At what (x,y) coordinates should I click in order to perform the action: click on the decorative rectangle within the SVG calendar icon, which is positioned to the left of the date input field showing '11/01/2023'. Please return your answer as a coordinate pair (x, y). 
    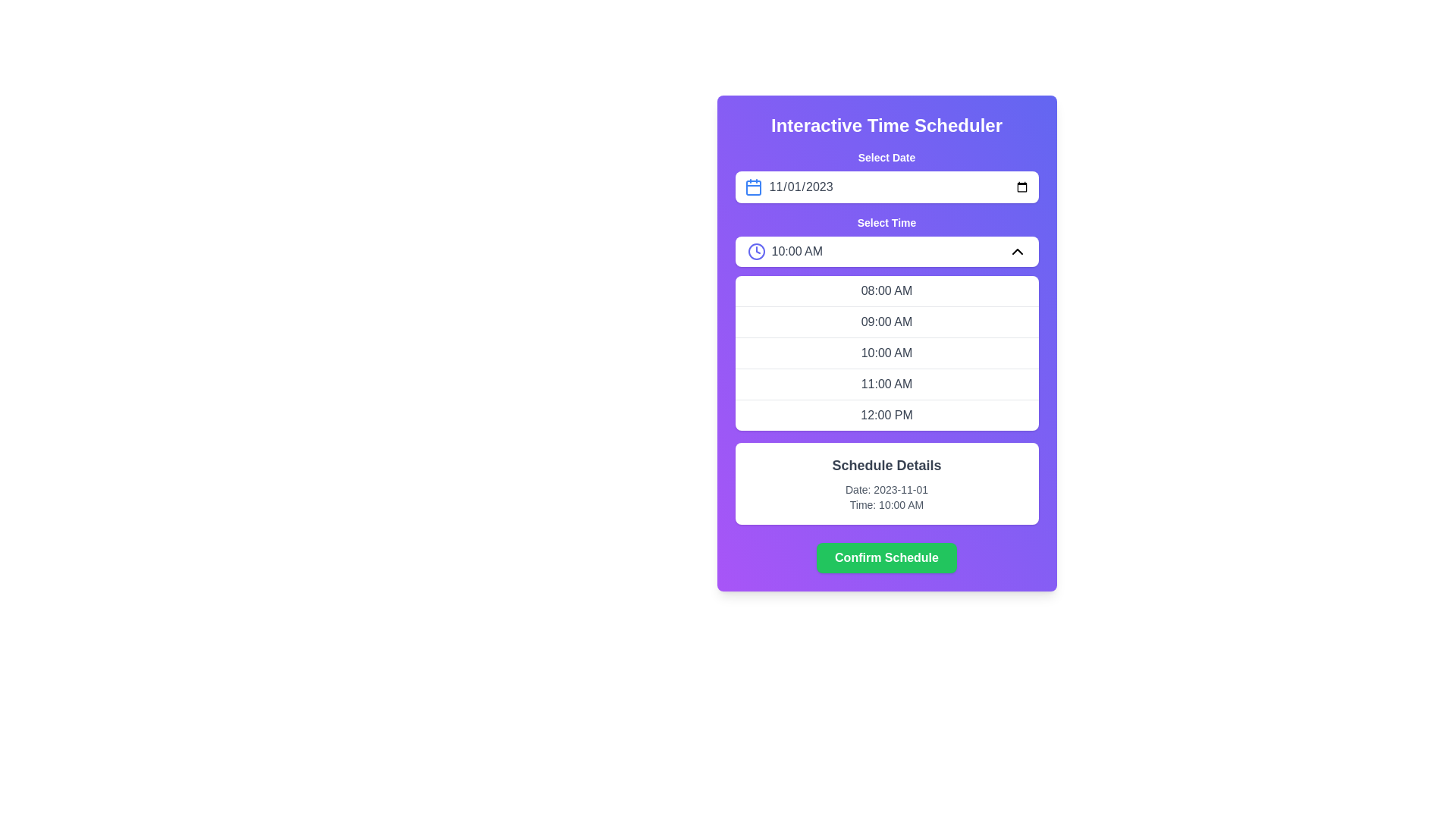
    Looking at the image, I should click on (753, 187).